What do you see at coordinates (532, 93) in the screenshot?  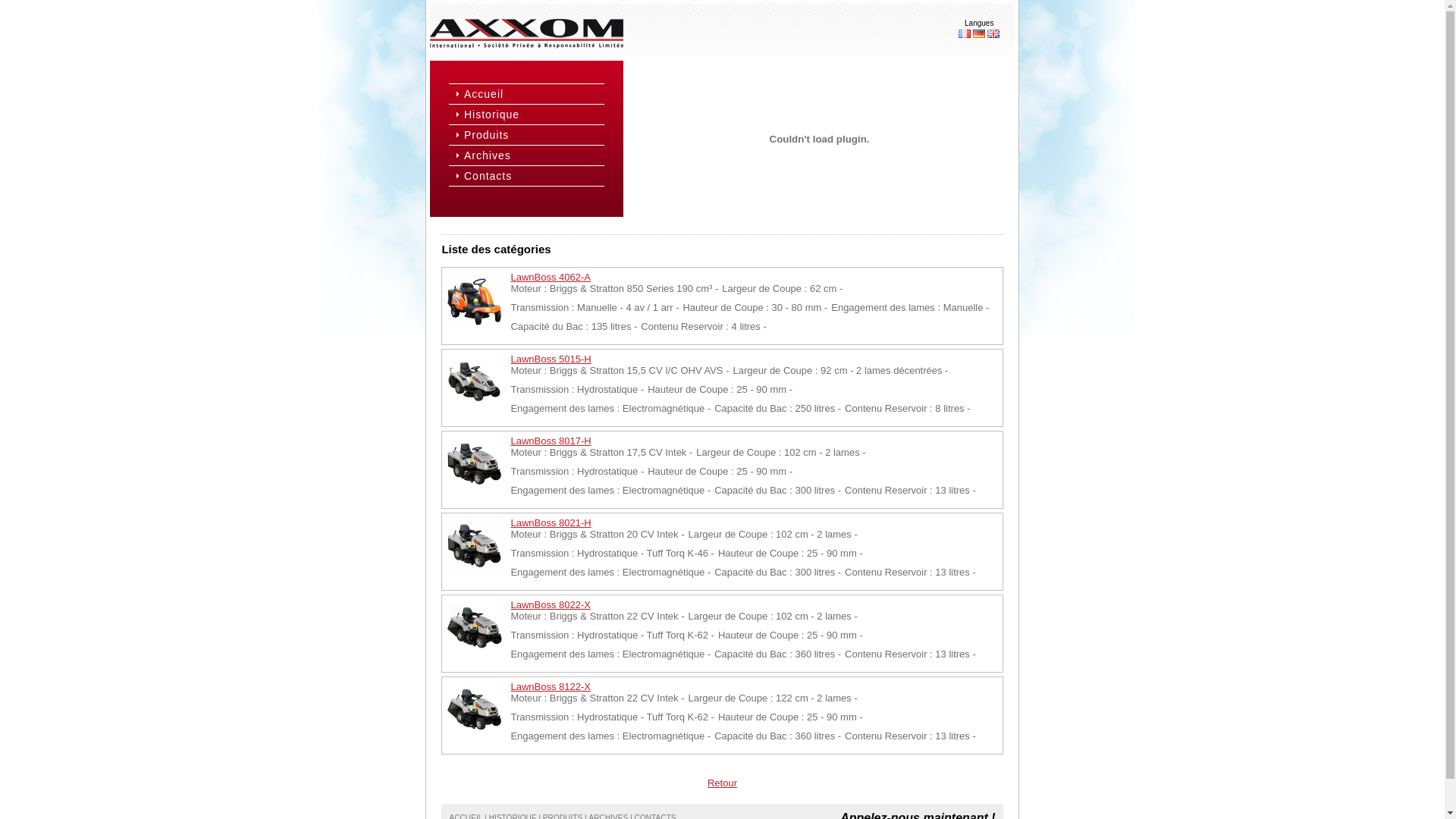 I see `'Accueil'` at bounding box center [532, 93].